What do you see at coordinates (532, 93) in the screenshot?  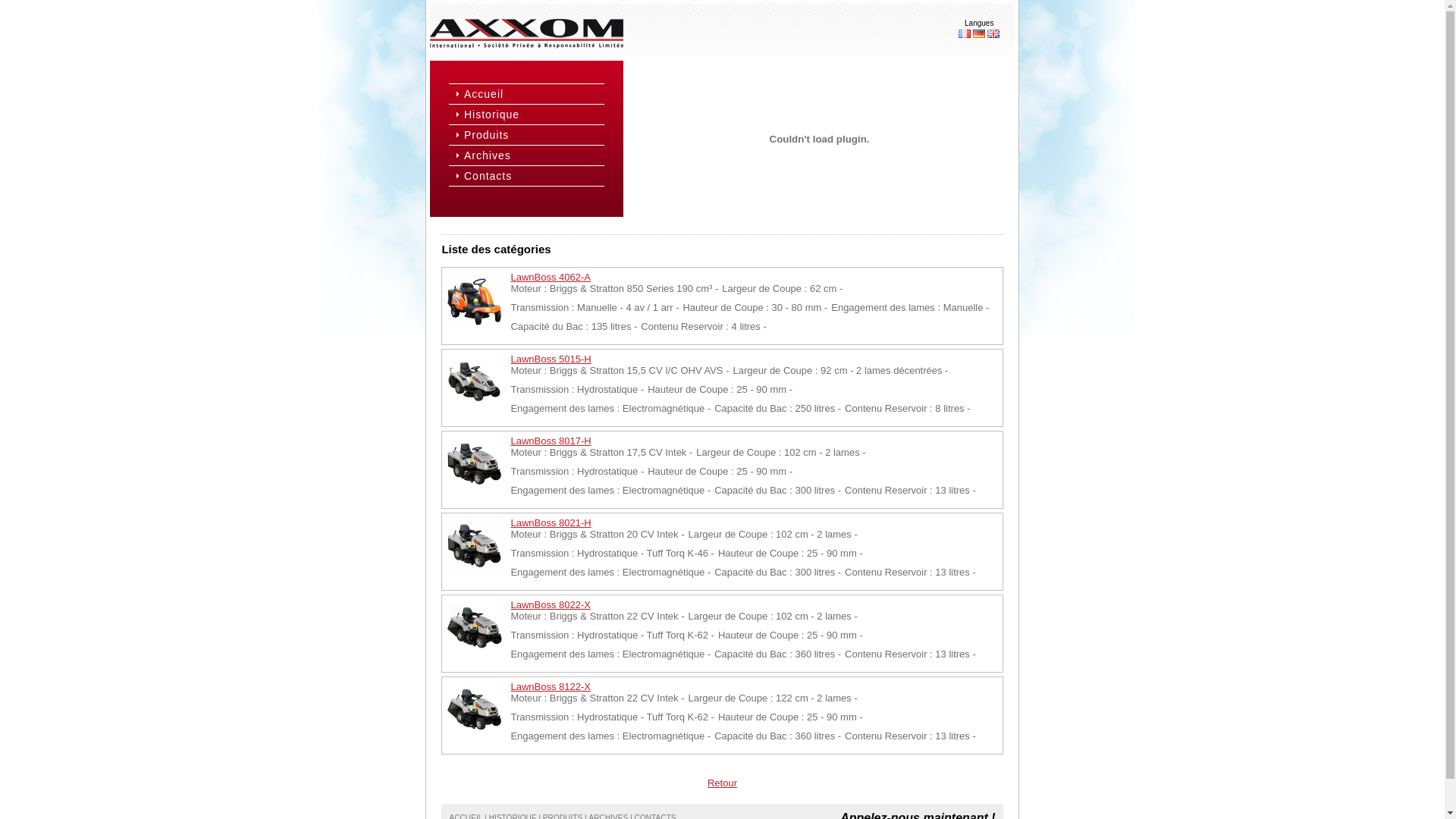 I see `'Accueil'` at bounding box center [532, 93].